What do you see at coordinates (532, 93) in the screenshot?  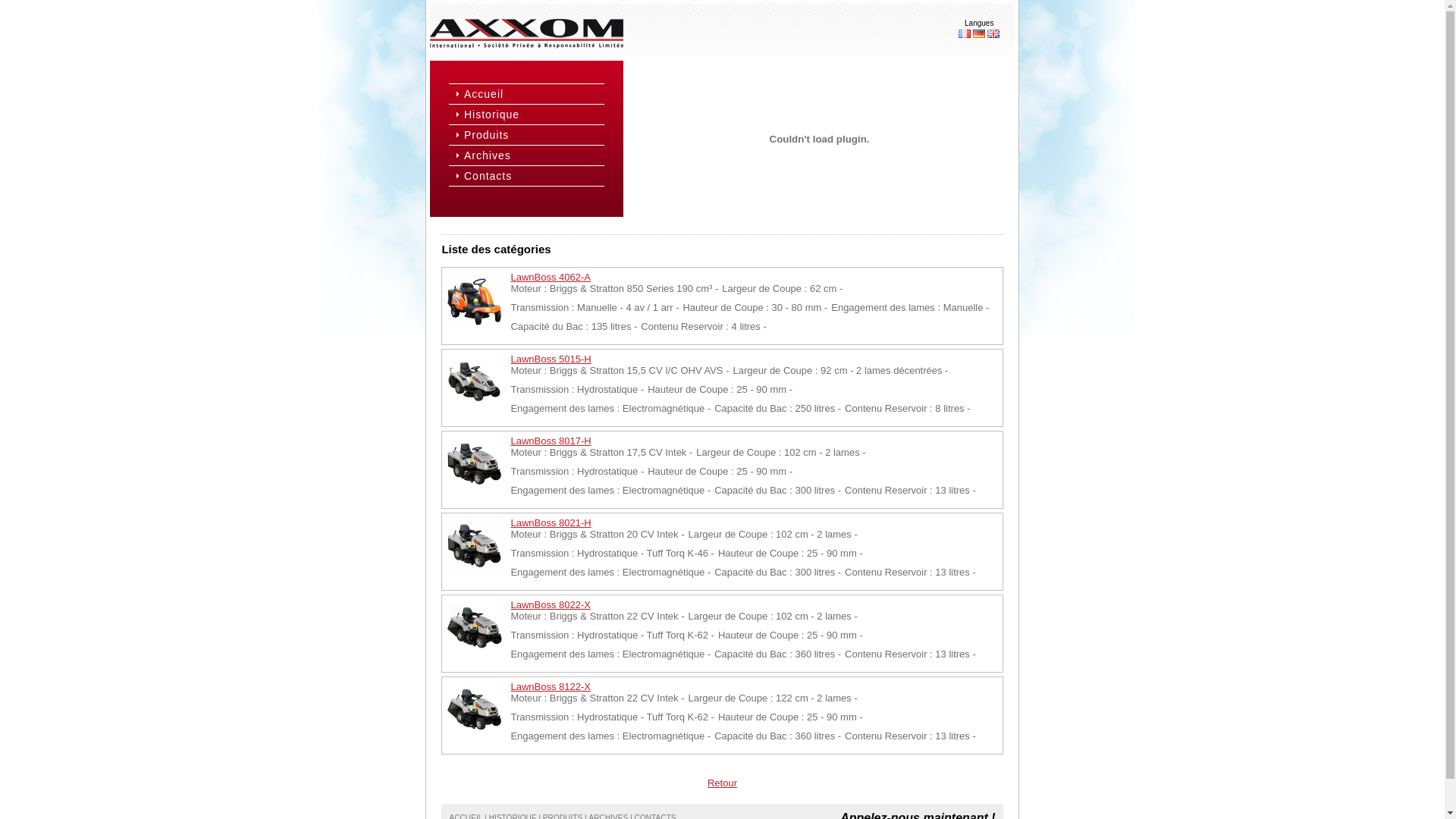 I see `'Accueil'` at bounding box center [532, 93].